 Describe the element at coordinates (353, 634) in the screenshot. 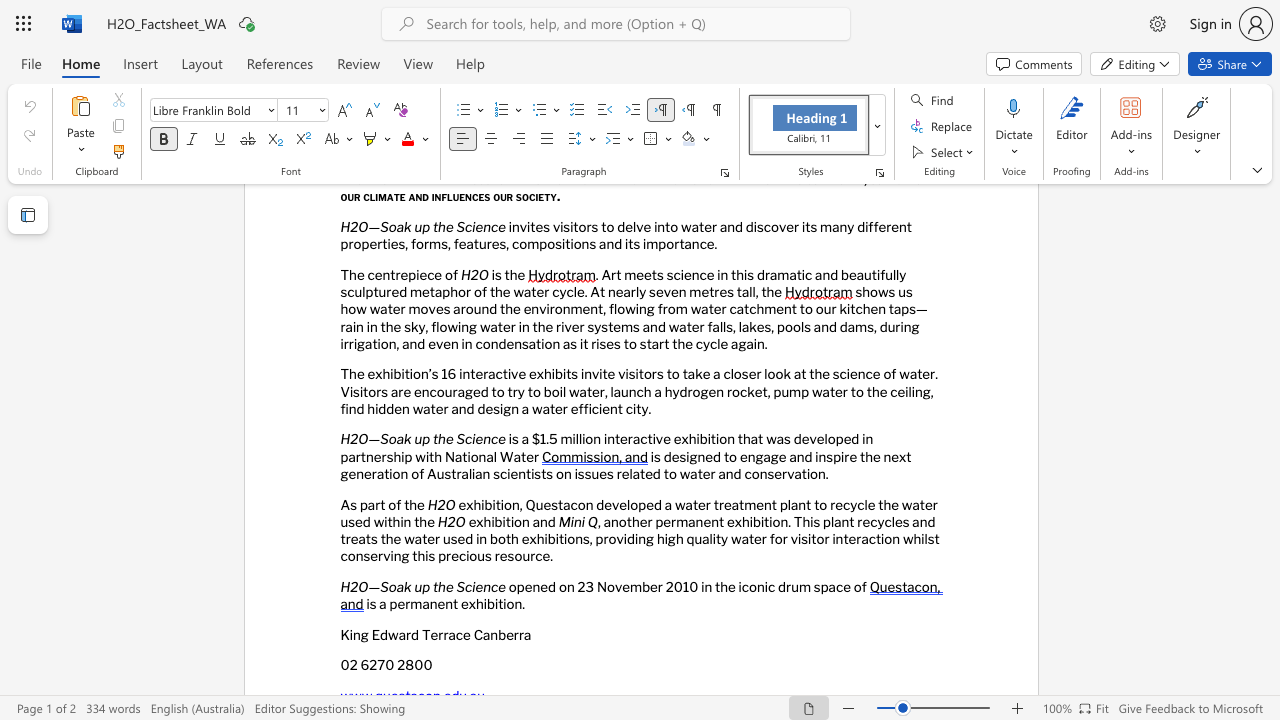

I see `the subset text "ng" within the text "King Edward Terrace Canberra"` at that location.